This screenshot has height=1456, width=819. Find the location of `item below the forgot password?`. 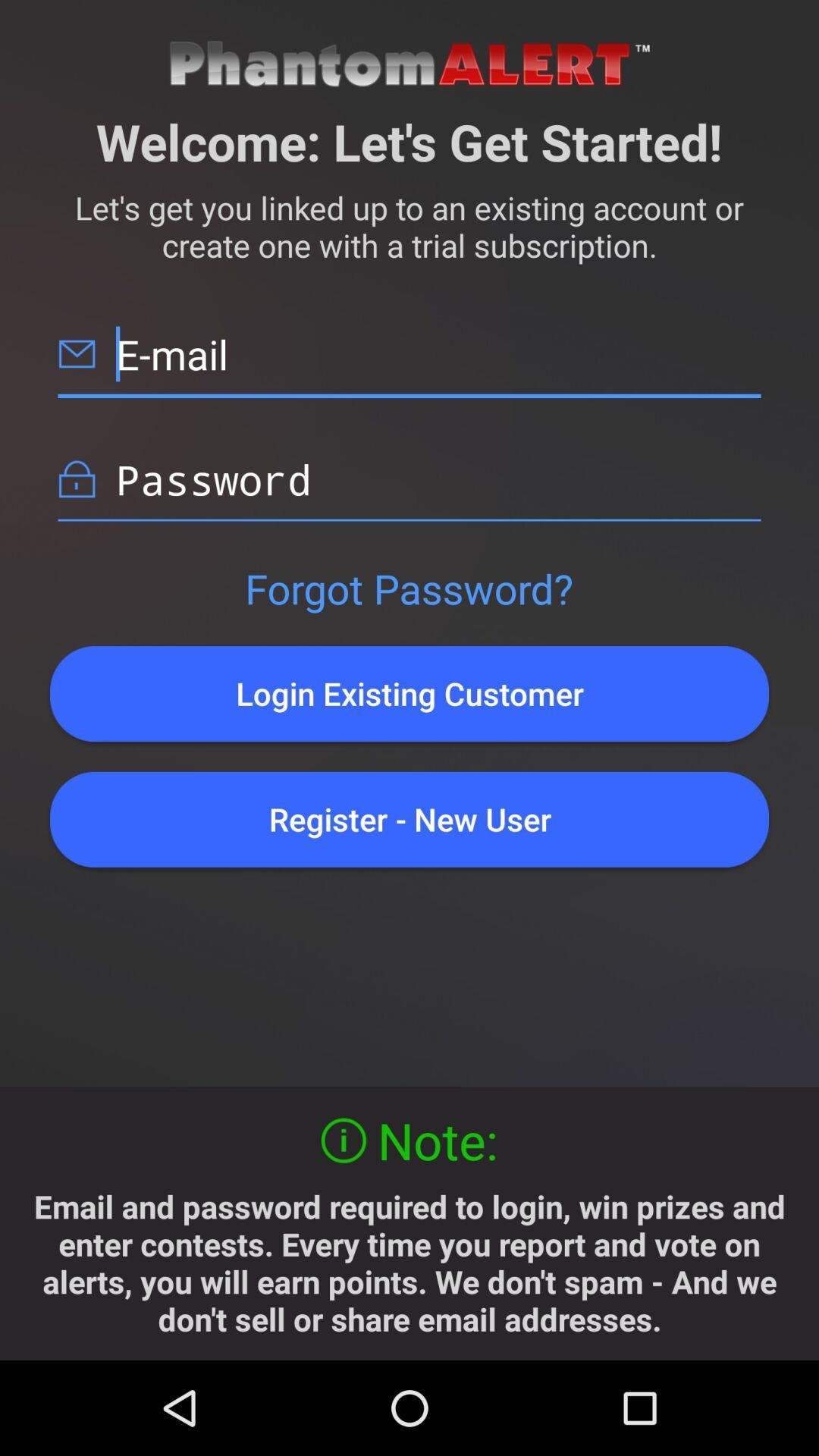

item below the forgot password? is located at coordinates (409, 693).